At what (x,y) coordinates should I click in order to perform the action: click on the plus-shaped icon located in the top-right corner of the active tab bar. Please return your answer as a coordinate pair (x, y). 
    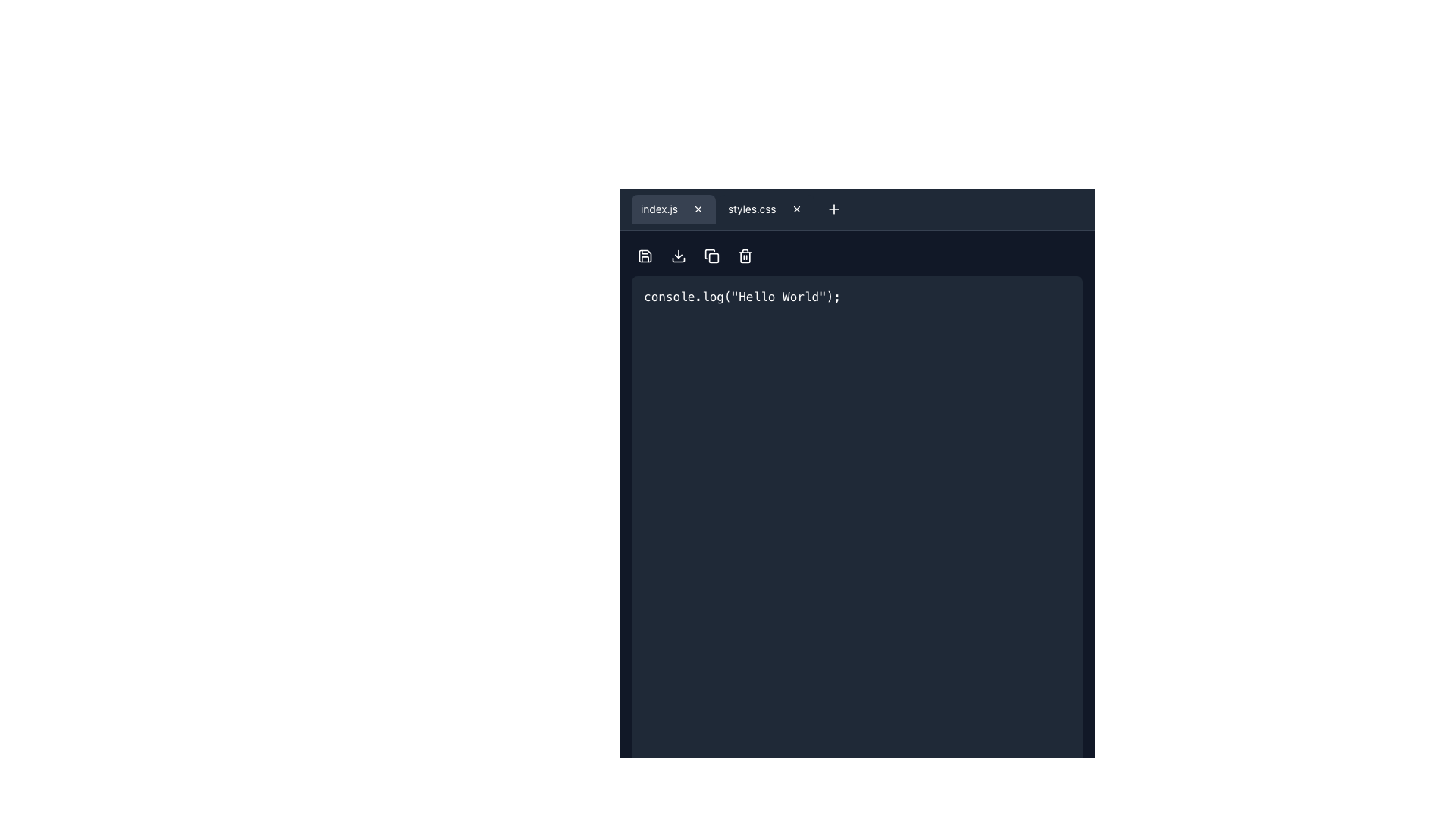
    Looking at the image, I should click on (833, 209).